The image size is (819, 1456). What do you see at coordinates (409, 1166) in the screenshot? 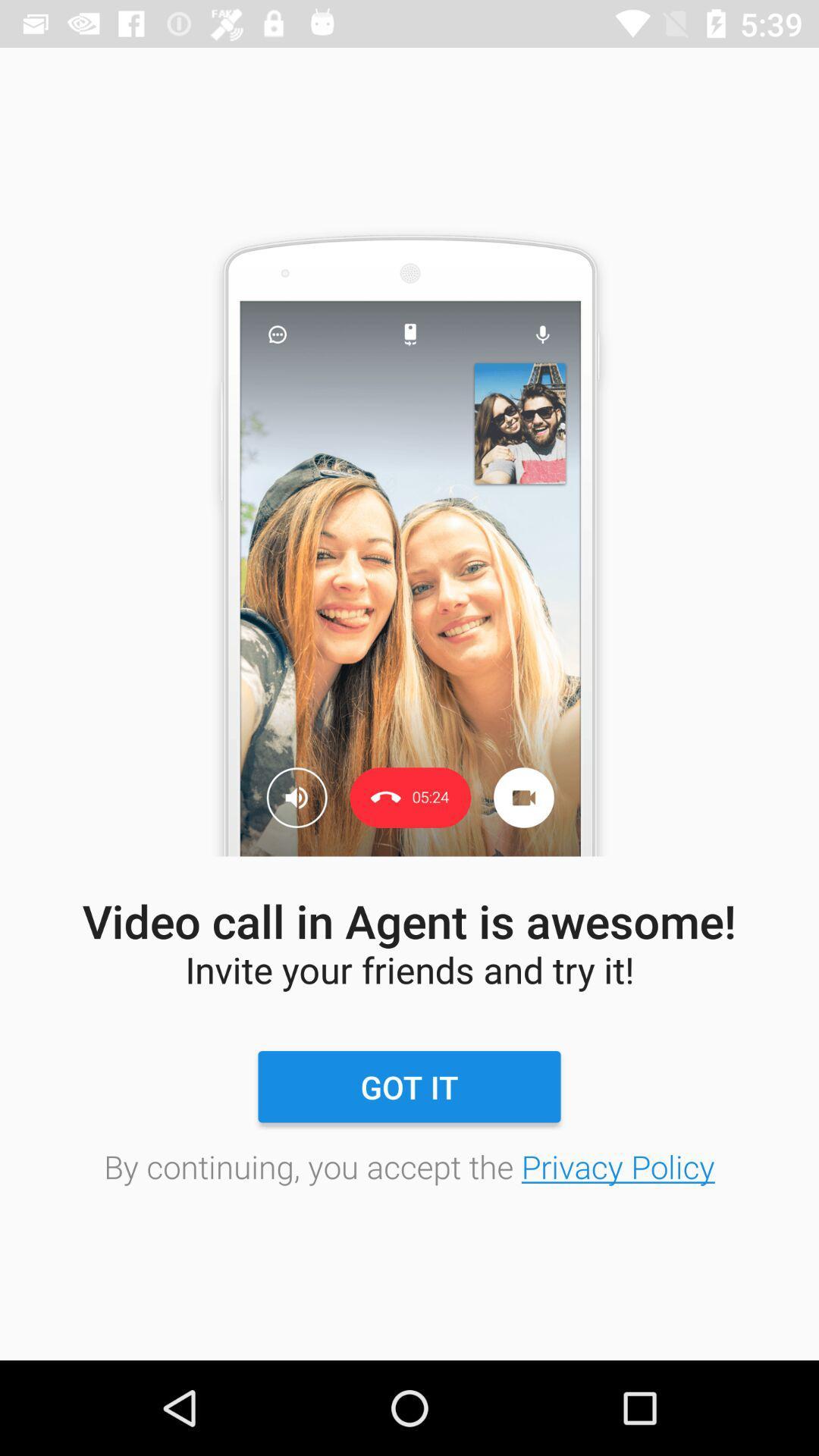
I see `the icon below the got it icon` at bounding box center [409, 1166].